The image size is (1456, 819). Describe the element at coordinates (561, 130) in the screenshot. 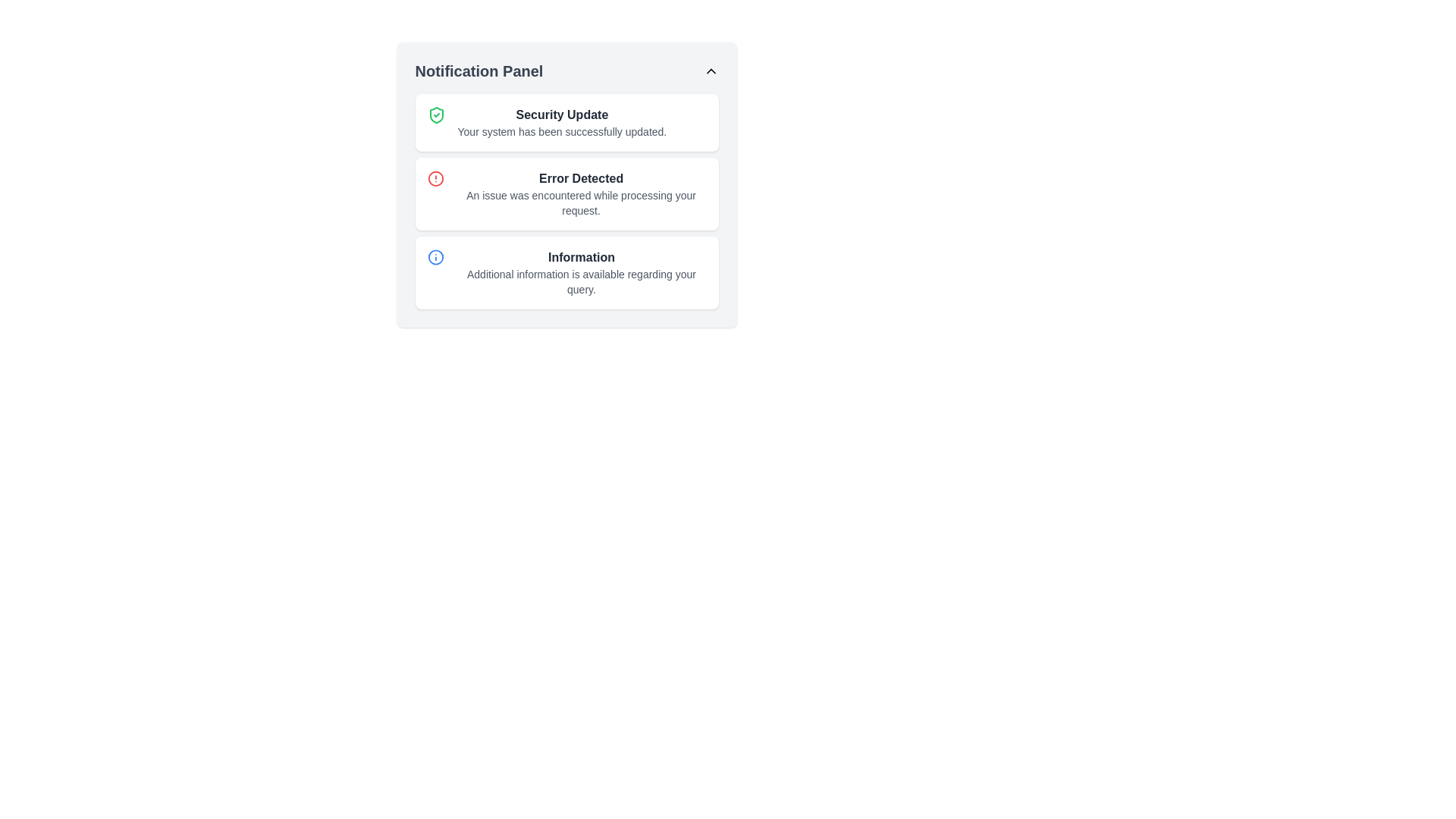

I see `the confirmation message Text Label indicating that the system update has been completed successfully, located below the 'Security Update' header in the notification card` at that location.